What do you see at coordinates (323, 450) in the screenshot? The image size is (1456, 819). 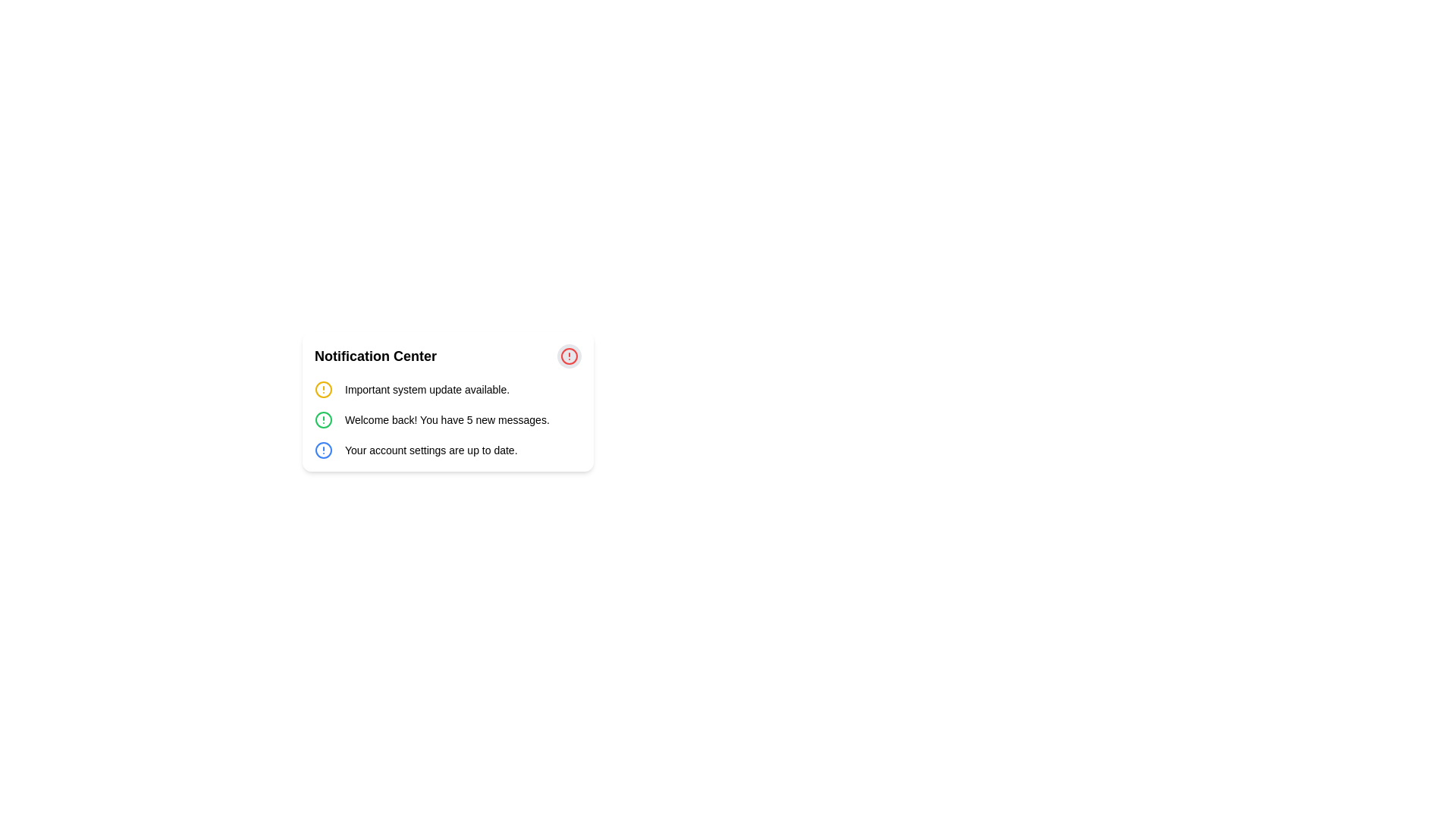 I see `the blue circular icon with a centered exclamation mark, which appears as a notification symbol to the left of the text 'Your account settings are up to date.'` at bounding box center [323, 450].